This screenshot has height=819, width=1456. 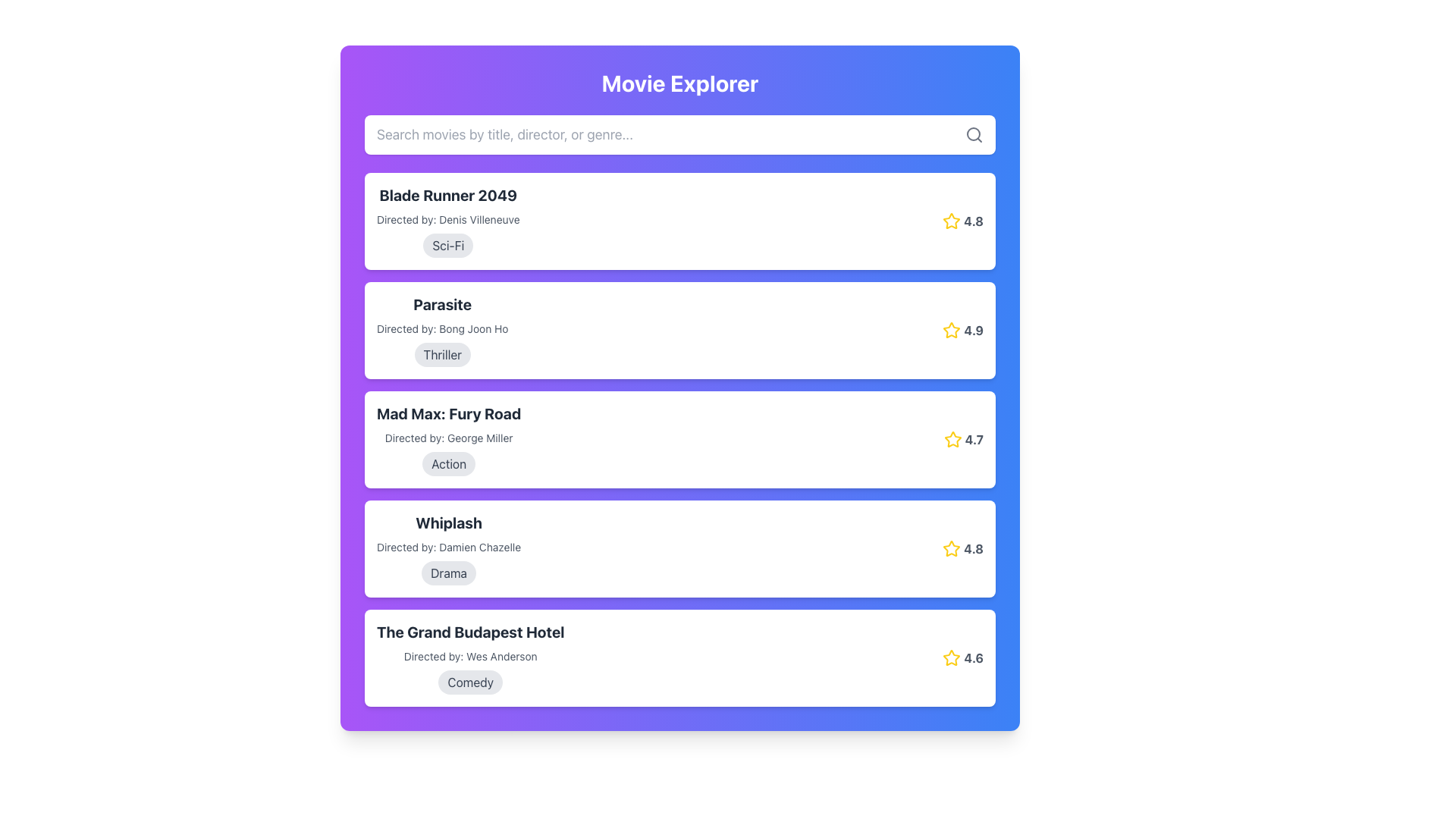 I want to click on the rating indicator text label for the movie 'Parasite', located in the second movie card near the top-right corner, following the yellow star icon, so click(x=974, y=329).